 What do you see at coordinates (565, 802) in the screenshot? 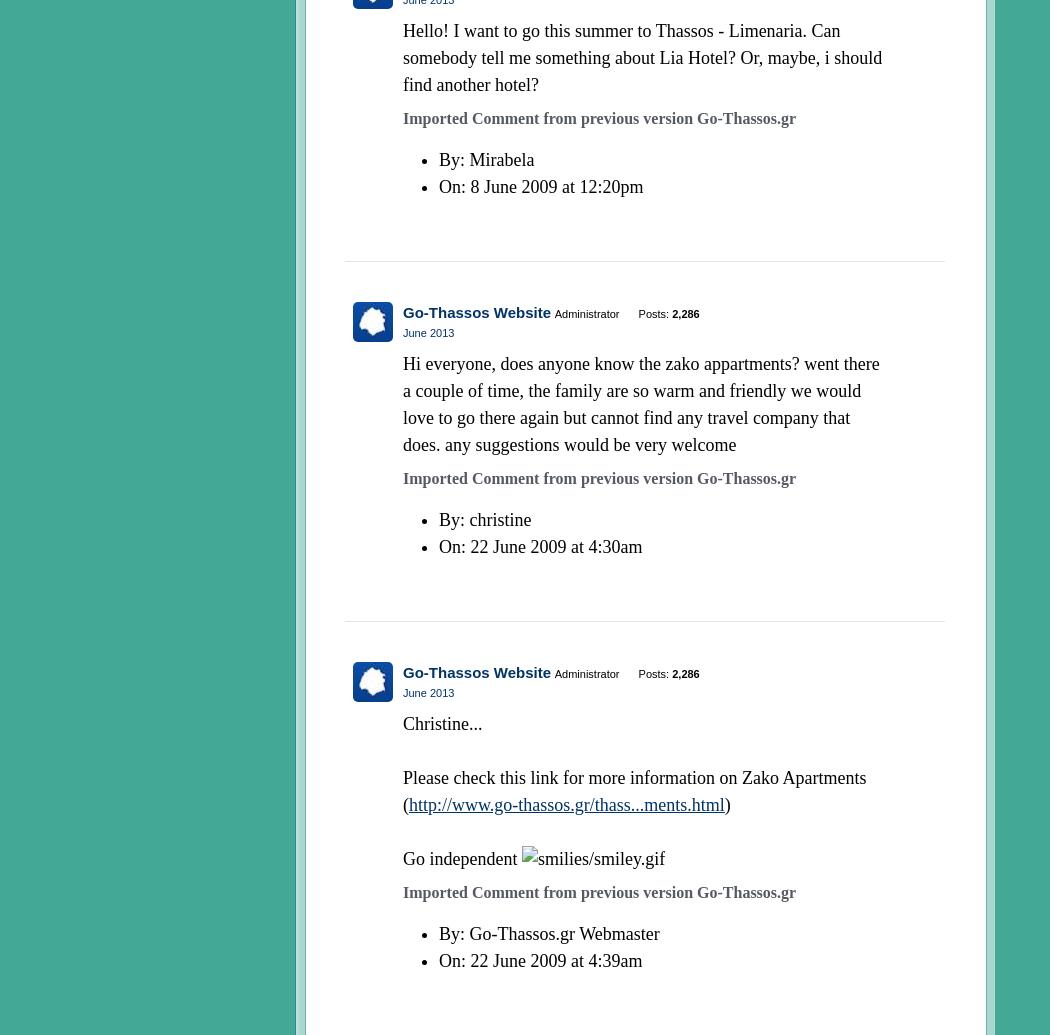
I see `'http://www.go-thassos.gr/thass...ments.html'` at bounding box center [565, 802].